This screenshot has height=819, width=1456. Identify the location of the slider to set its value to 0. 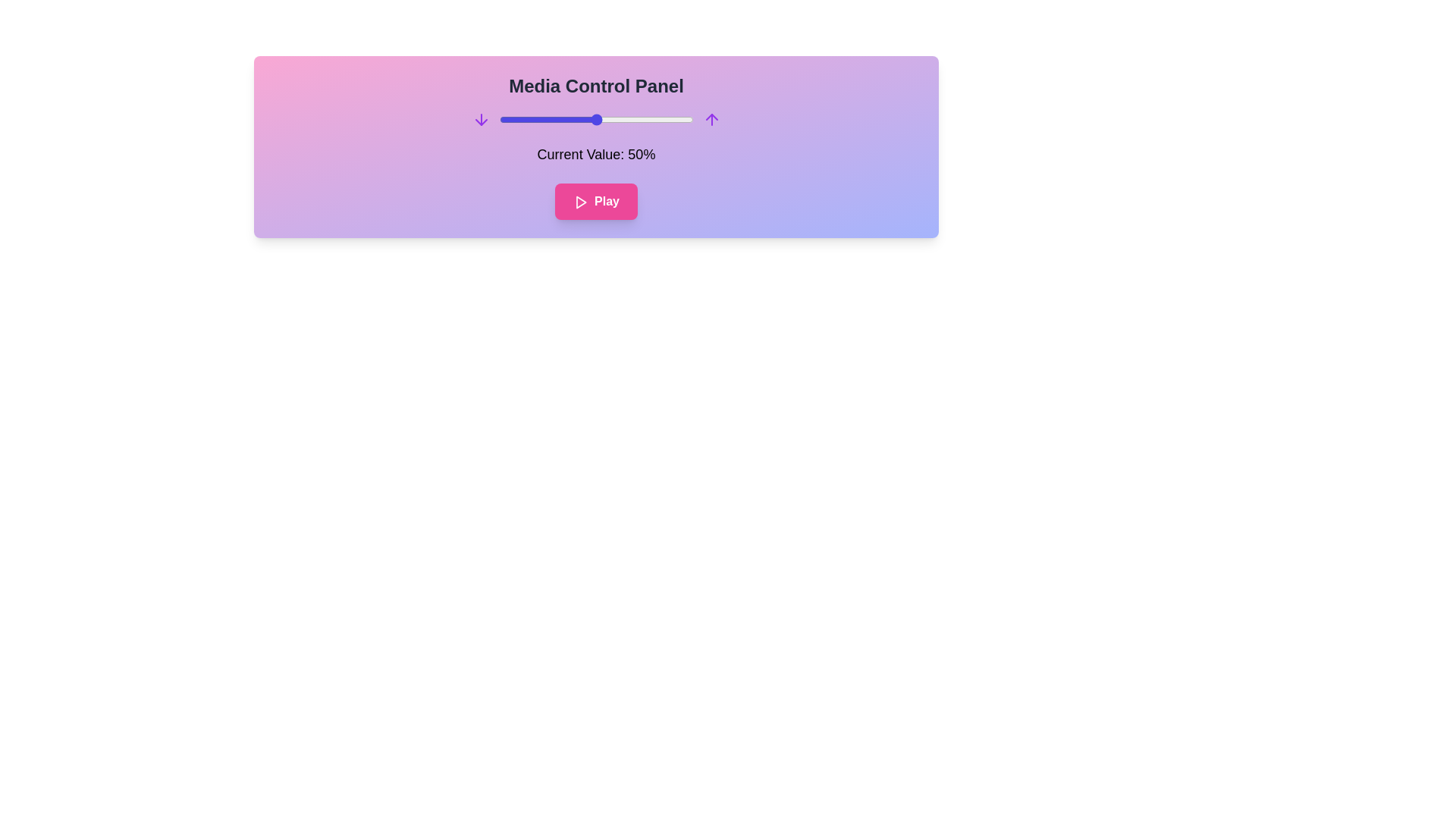
(499, 119).